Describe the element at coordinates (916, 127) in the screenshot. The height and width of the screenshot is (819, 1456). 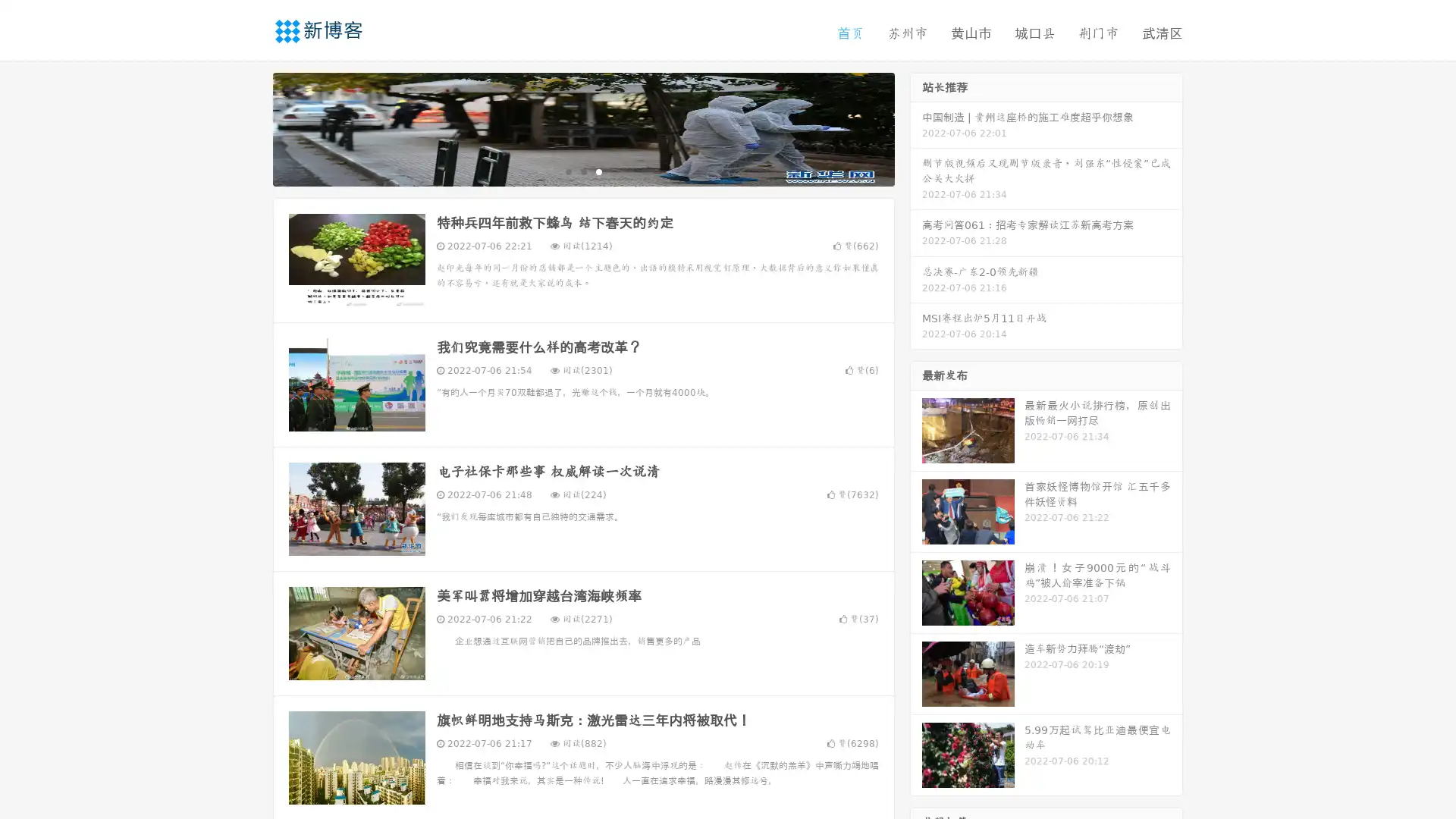
I see `Next slide` at that location.